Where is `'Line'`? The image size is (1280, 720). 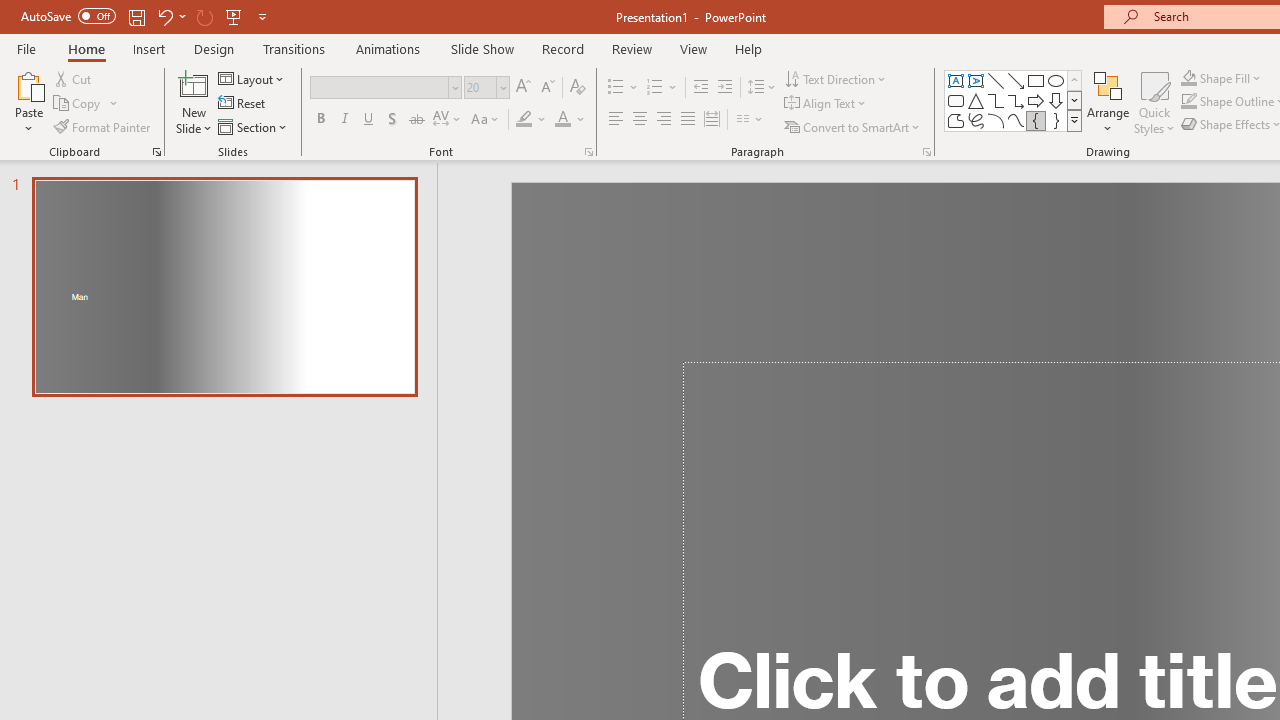
'Line' is located at coordinates (995, 80).